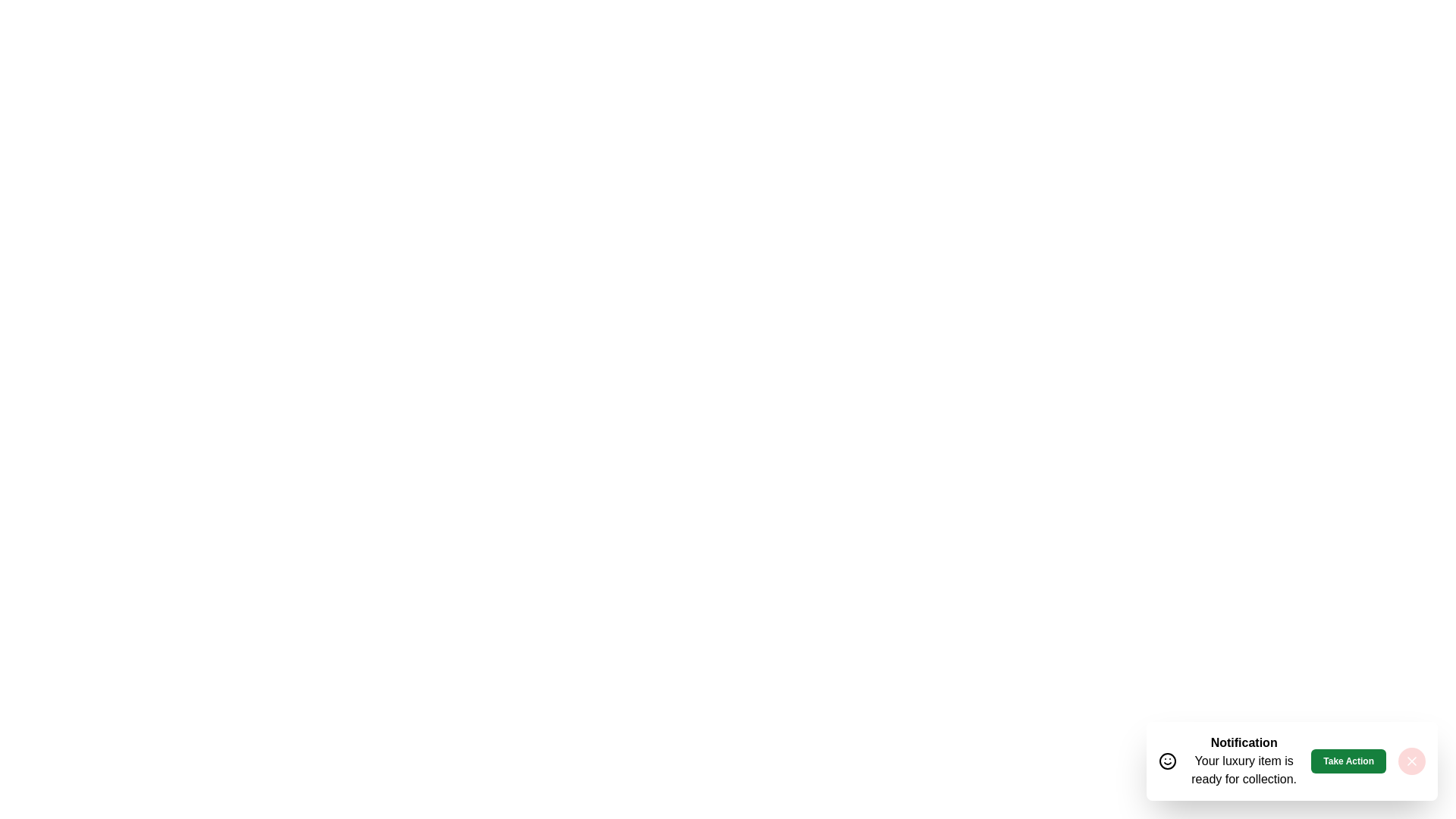 The image size is (1456, 819). What do you see at coordinates (1411, 761) in the screenshot?
I see `the close button to close the snackbar` at bounding box center [1411, 761].